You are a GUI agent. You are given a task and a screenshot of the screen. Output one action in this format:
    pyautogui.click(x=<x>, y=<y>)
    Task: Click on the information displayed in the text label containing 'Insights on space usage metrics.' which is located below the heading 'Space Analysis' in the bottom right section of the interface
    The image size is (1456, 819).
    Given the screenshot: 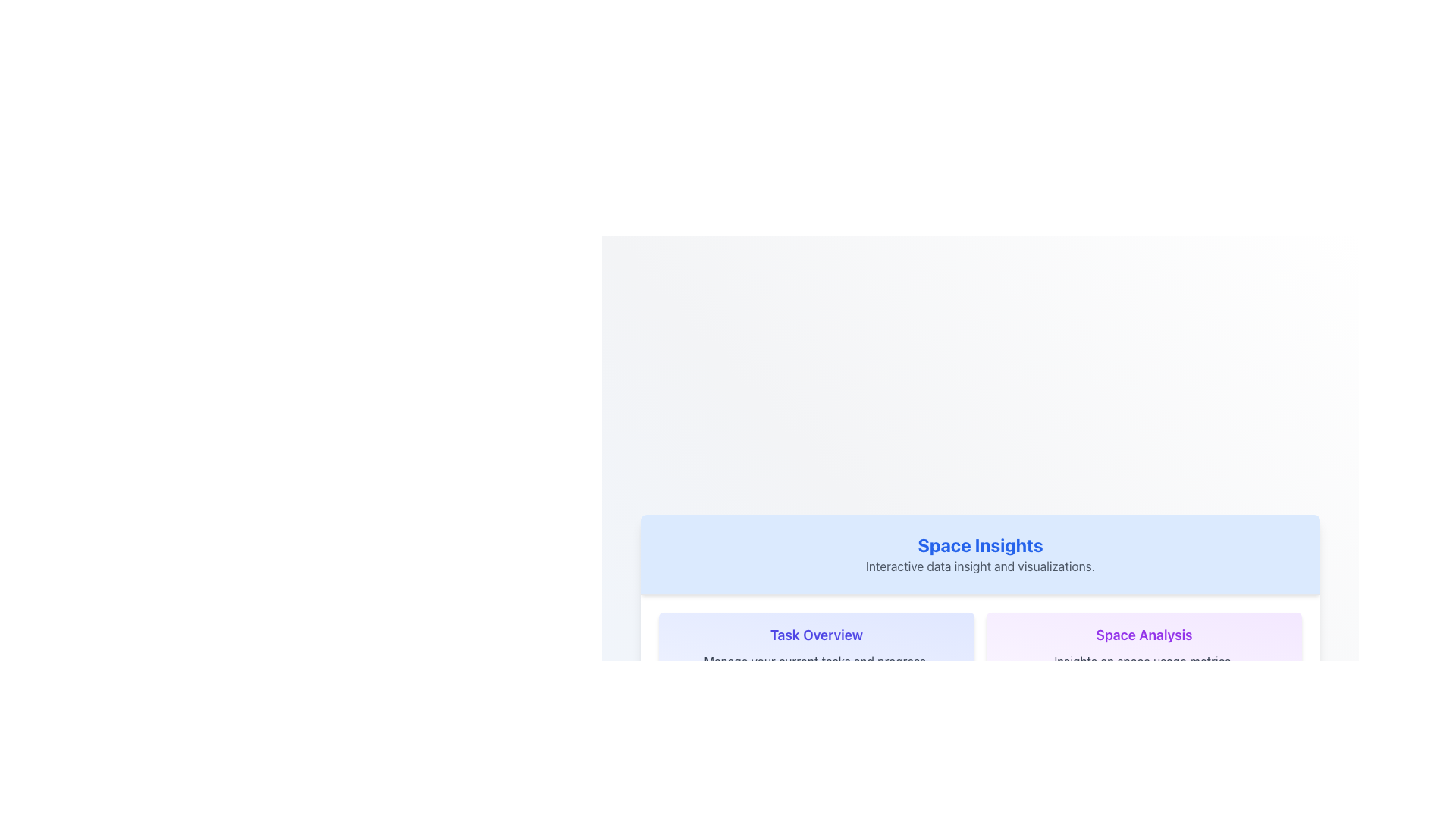 What is the action you would take?
    pyautogui.click(x=1144, y=660)
    